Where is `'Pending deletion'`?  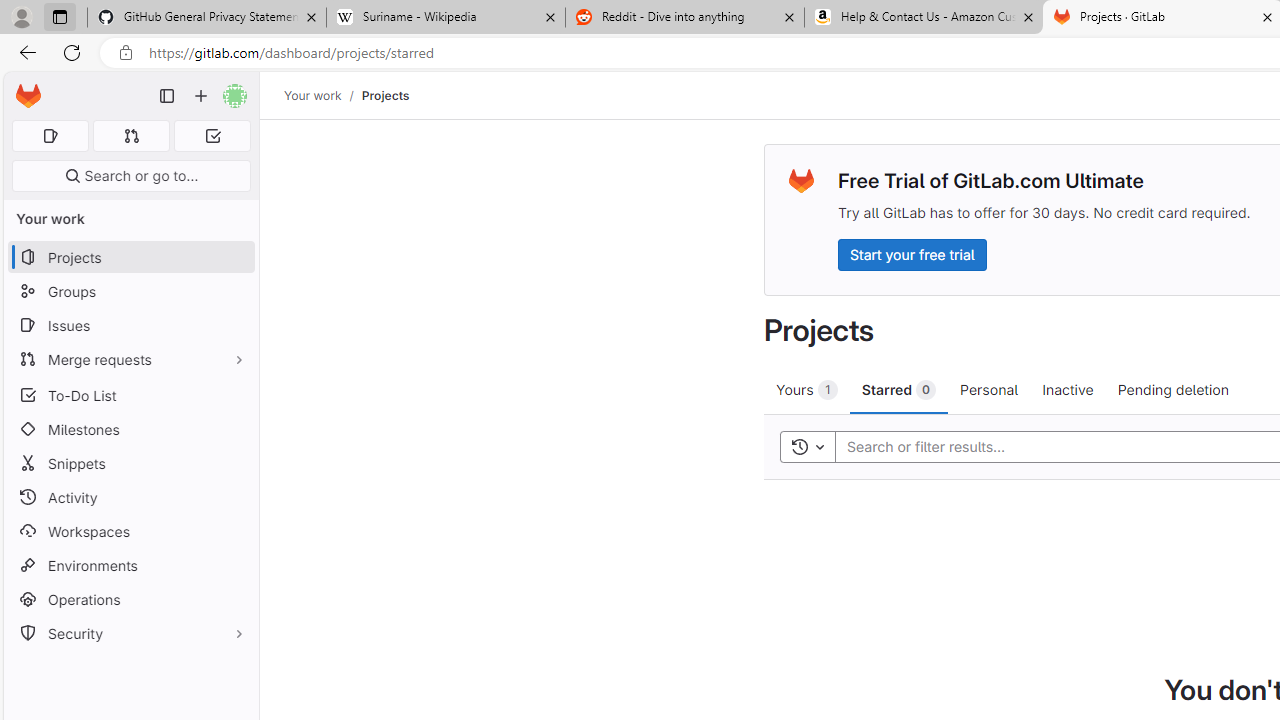
'Pending deletion' is located at coordinates (1173, 389).